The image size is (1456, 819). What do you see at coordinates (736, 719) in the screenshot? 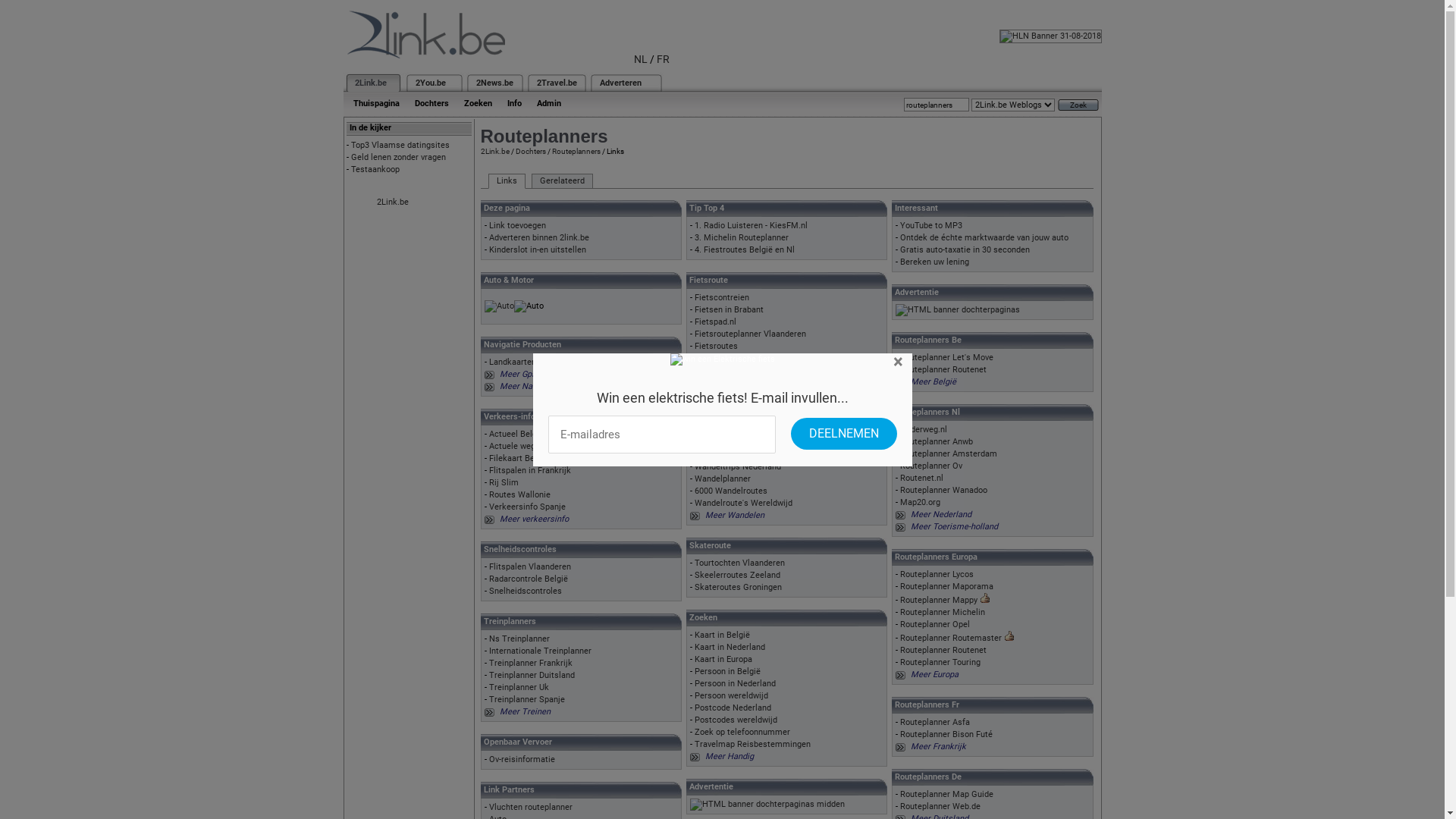
I see `'Postcodes wereldwijd'` at bounding box center [736, 719].